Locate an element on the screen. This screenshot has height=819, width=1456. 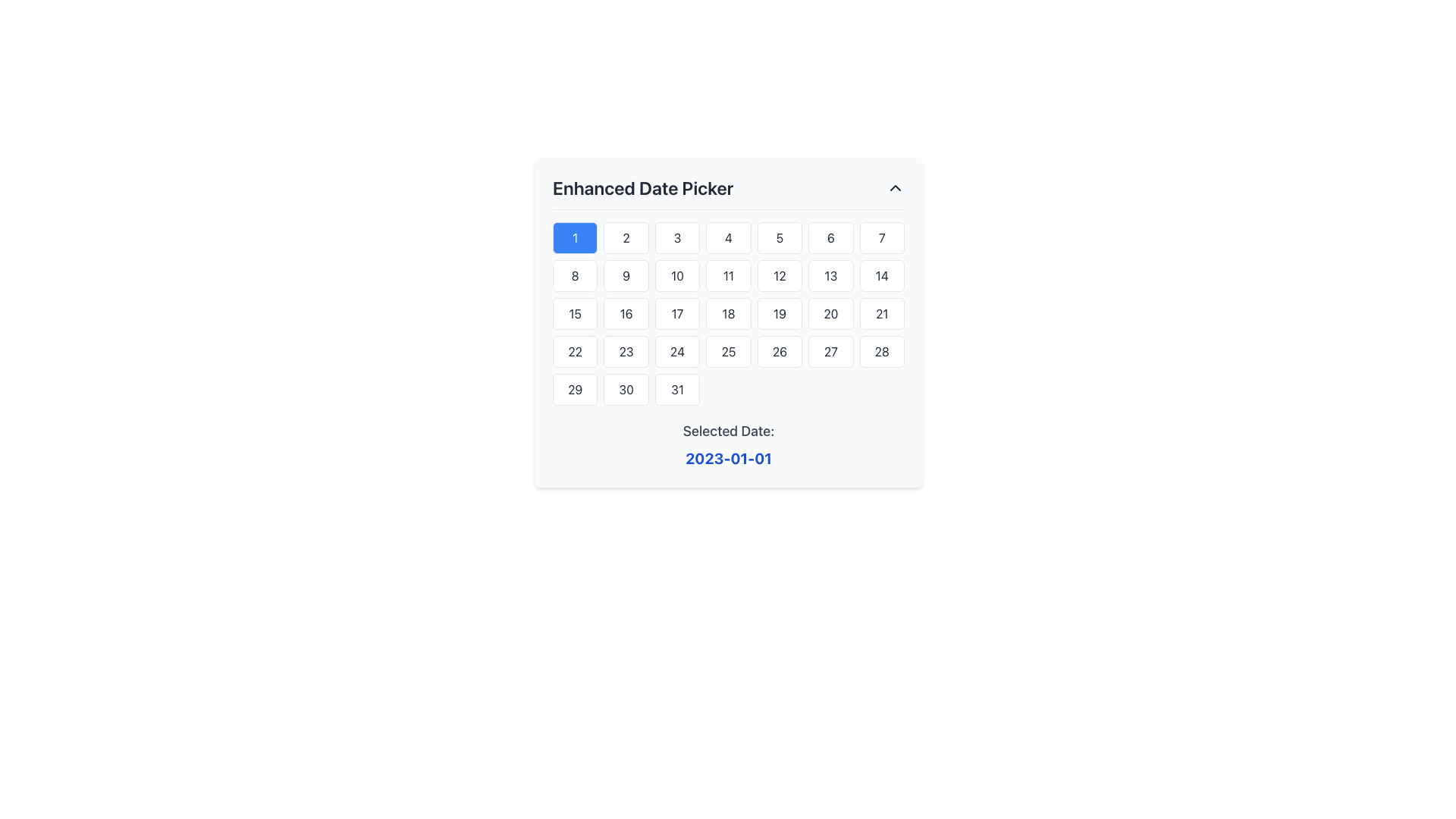
the selectable date button for the date '24' in the Enhanced Date Picker calendar interface is located at coordinates (676, 351).